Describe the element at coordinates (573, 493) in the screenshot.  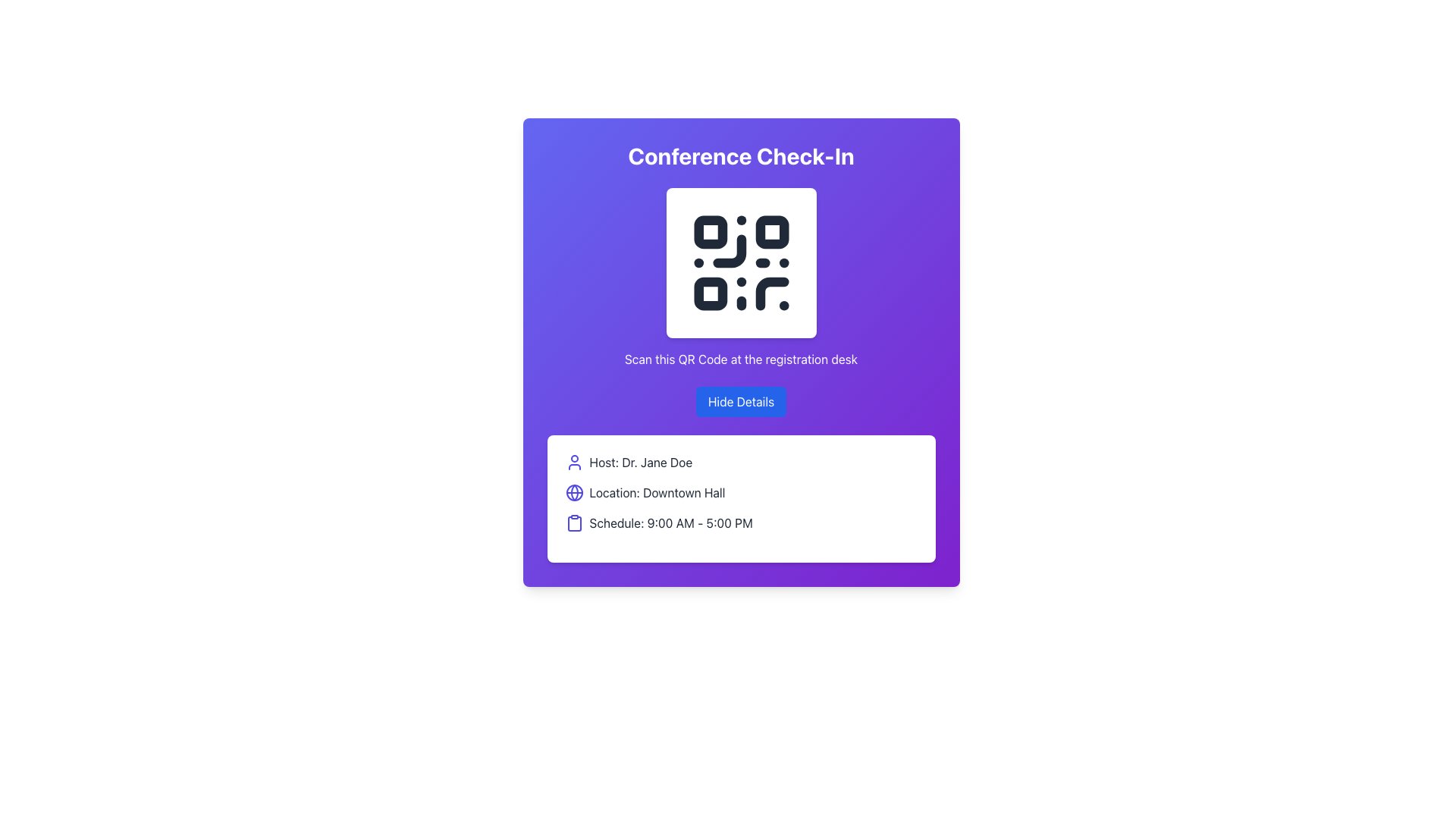
I see `the globe icon with class 'lucide-globe' that indicates location, situated to the left of the text 'Location: Downtown Hall'` at that location.